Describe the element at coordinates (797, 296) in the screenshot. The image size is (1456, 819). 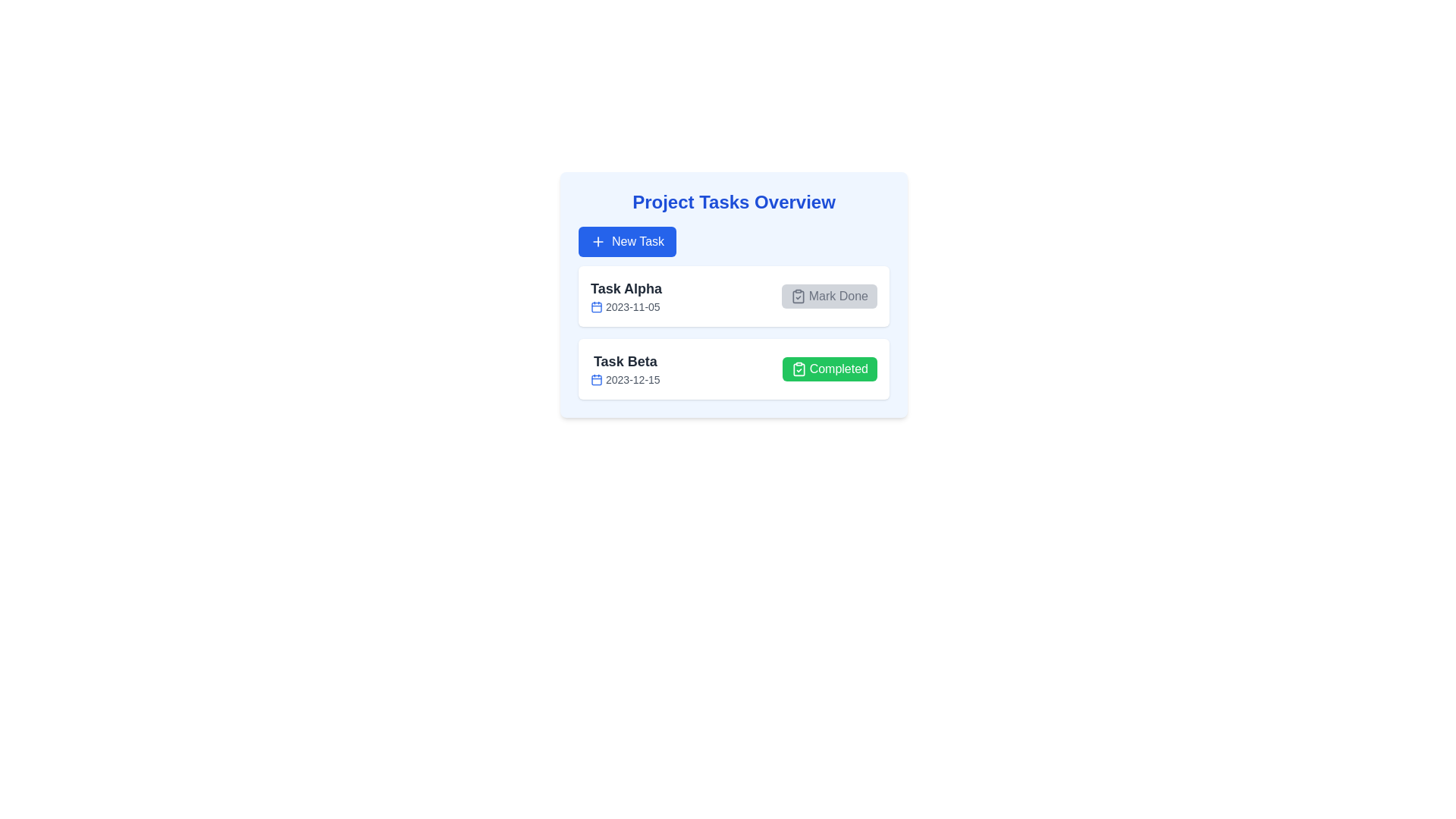
I see `clipboard icon with a check mark located within the 'Mark Done' button next to 'Task Alpha'` at that location.